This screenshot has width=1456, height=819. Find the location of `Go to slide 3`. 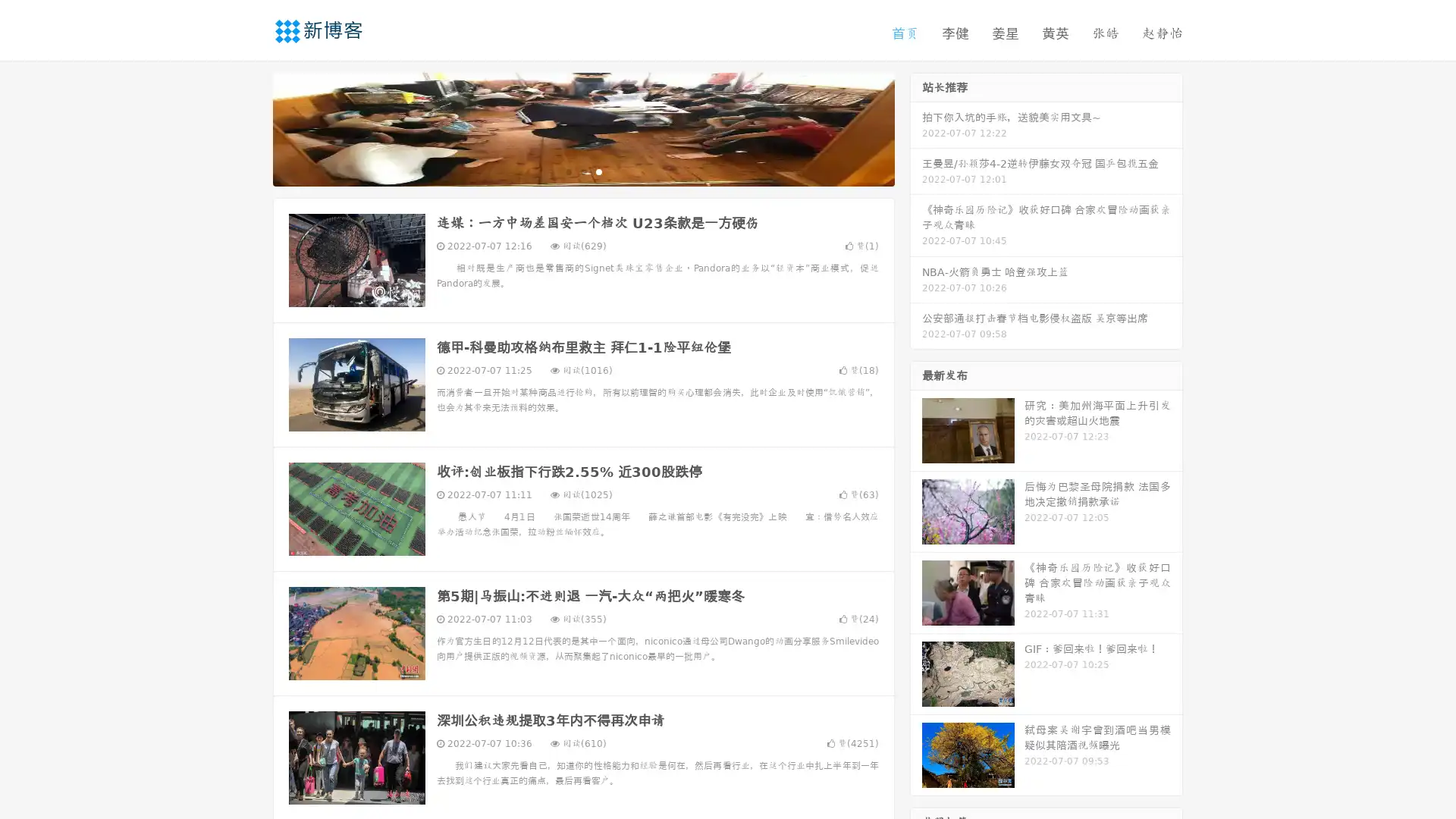

Go to slide 3 is located at coordinates (598, 171).